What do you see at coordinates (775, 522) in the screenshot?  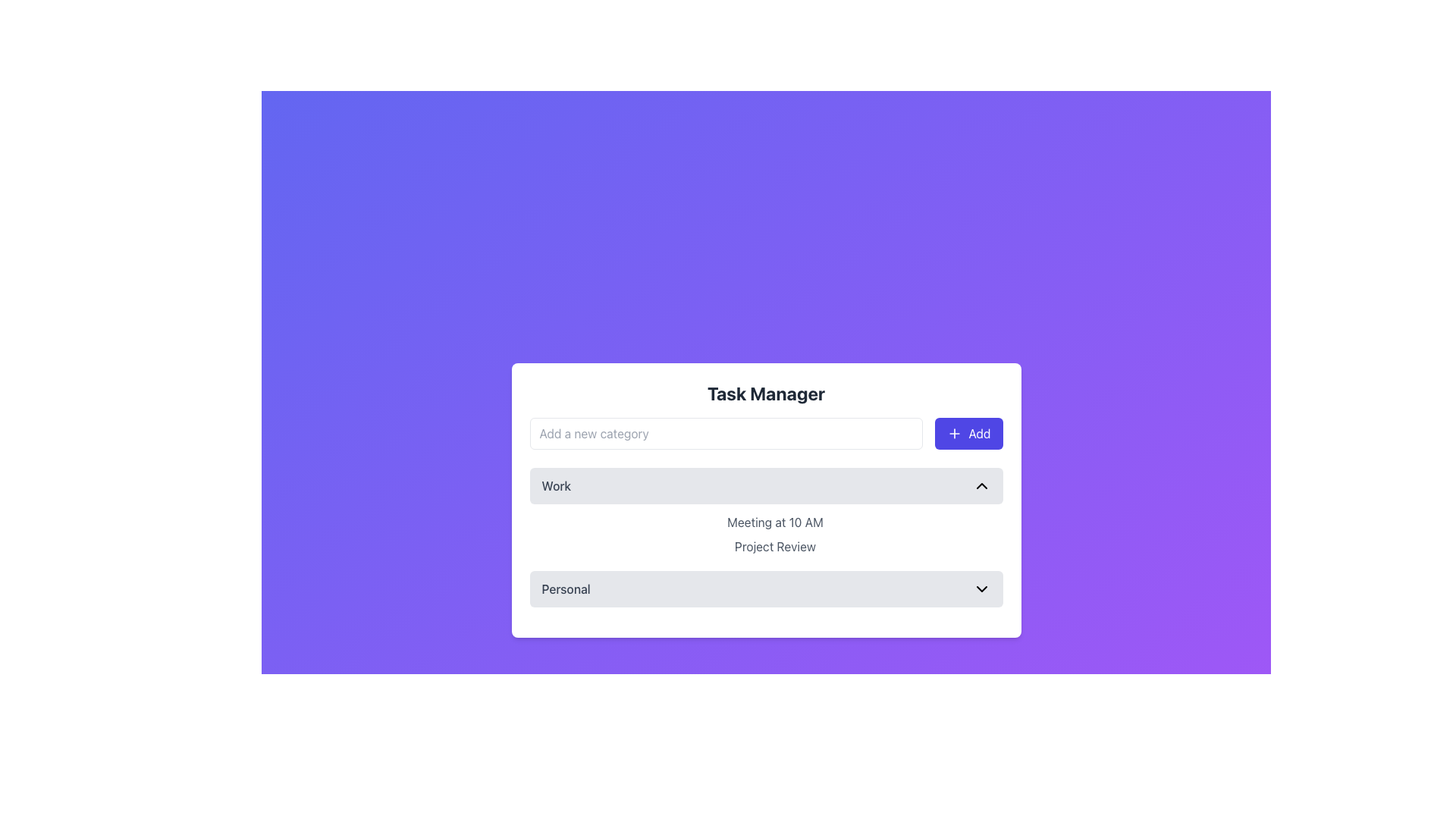 I see `the text label displaying 'Meeting at 10 AM' located in the 'Work' dropdown section, above 'Project Review'` at bounding box center [775, 522].